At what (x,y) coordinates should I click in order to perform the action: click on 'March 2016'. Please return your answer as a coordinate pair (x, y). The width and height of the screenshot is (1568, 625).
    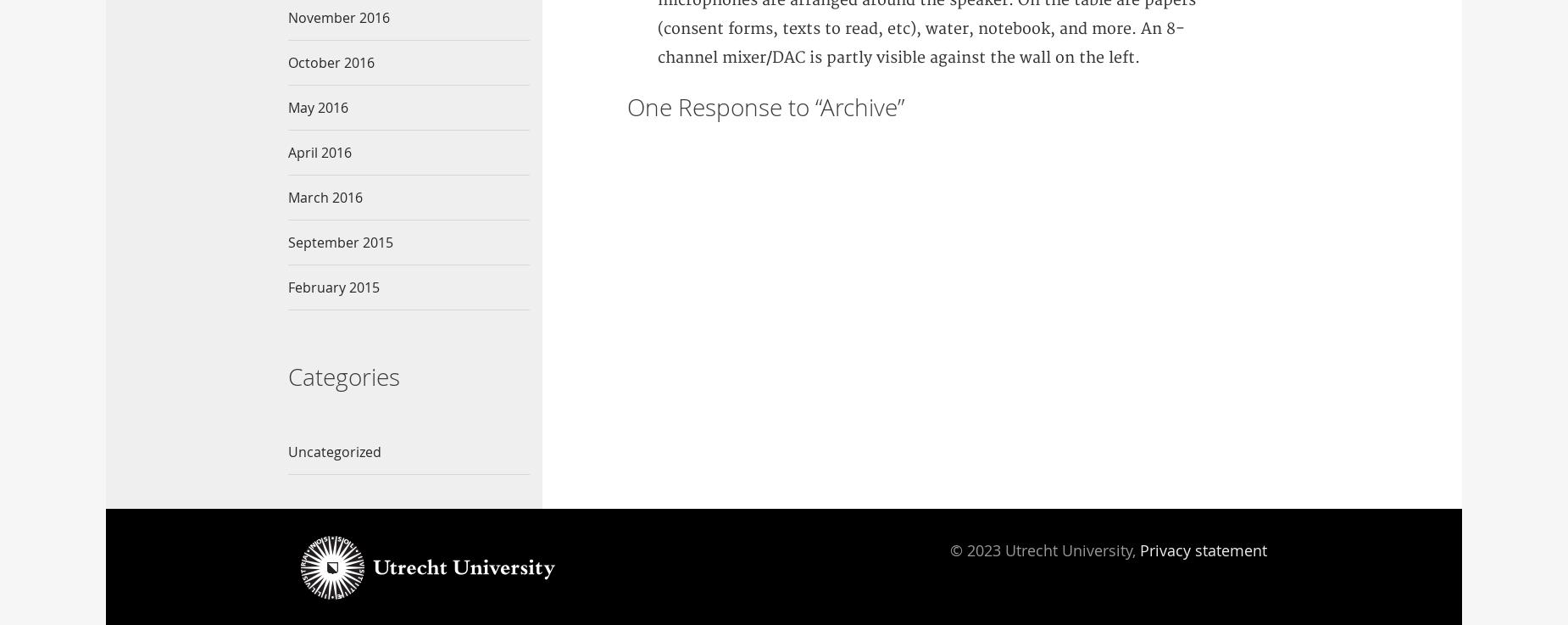
    Looking at the image, I should click on (325, 197).